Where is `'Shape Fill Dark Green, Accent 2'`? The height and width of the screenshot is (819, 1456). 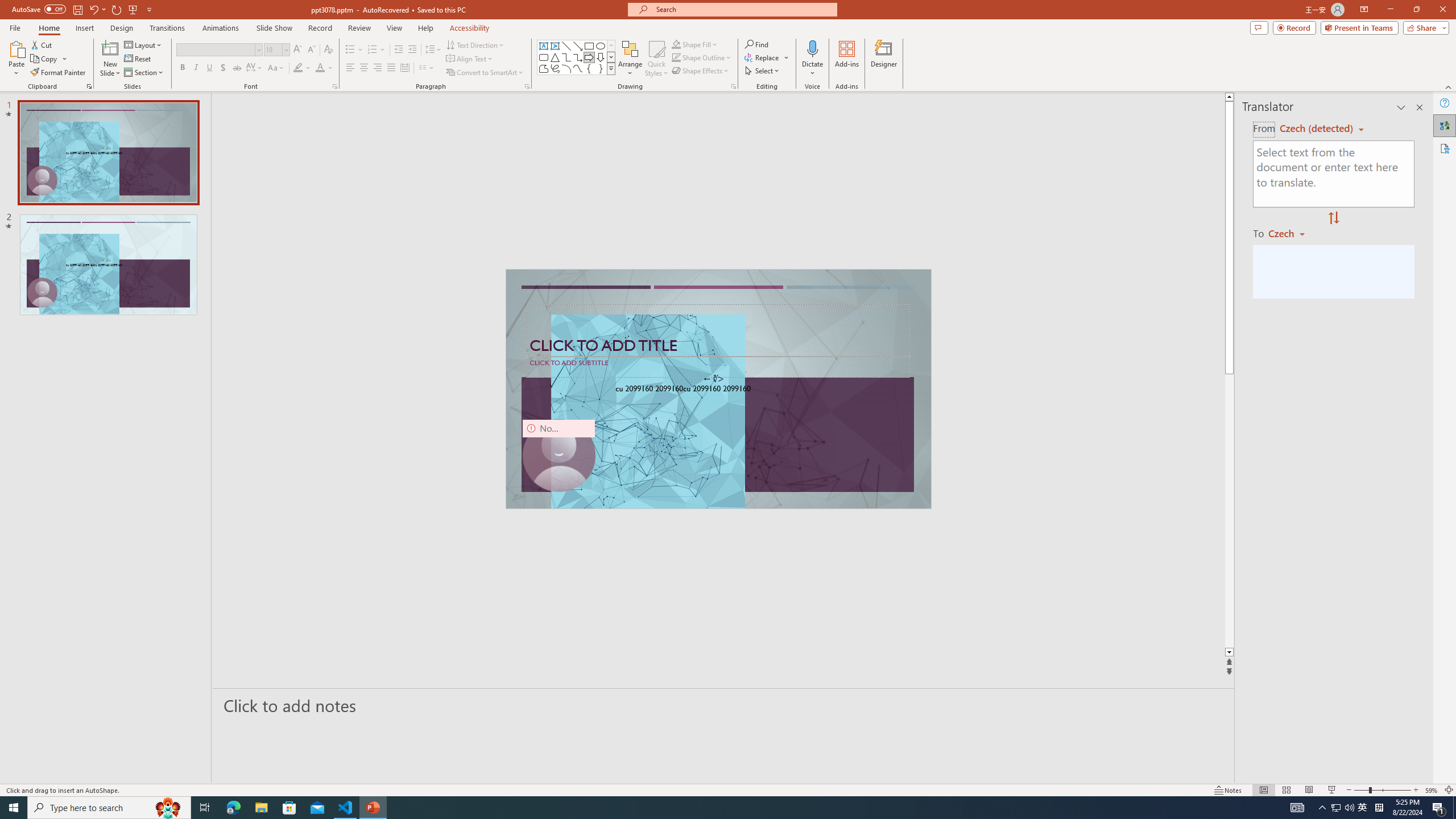
'Shape Fill Dark Green, Accent 2' is located at coordinates (676, 44).